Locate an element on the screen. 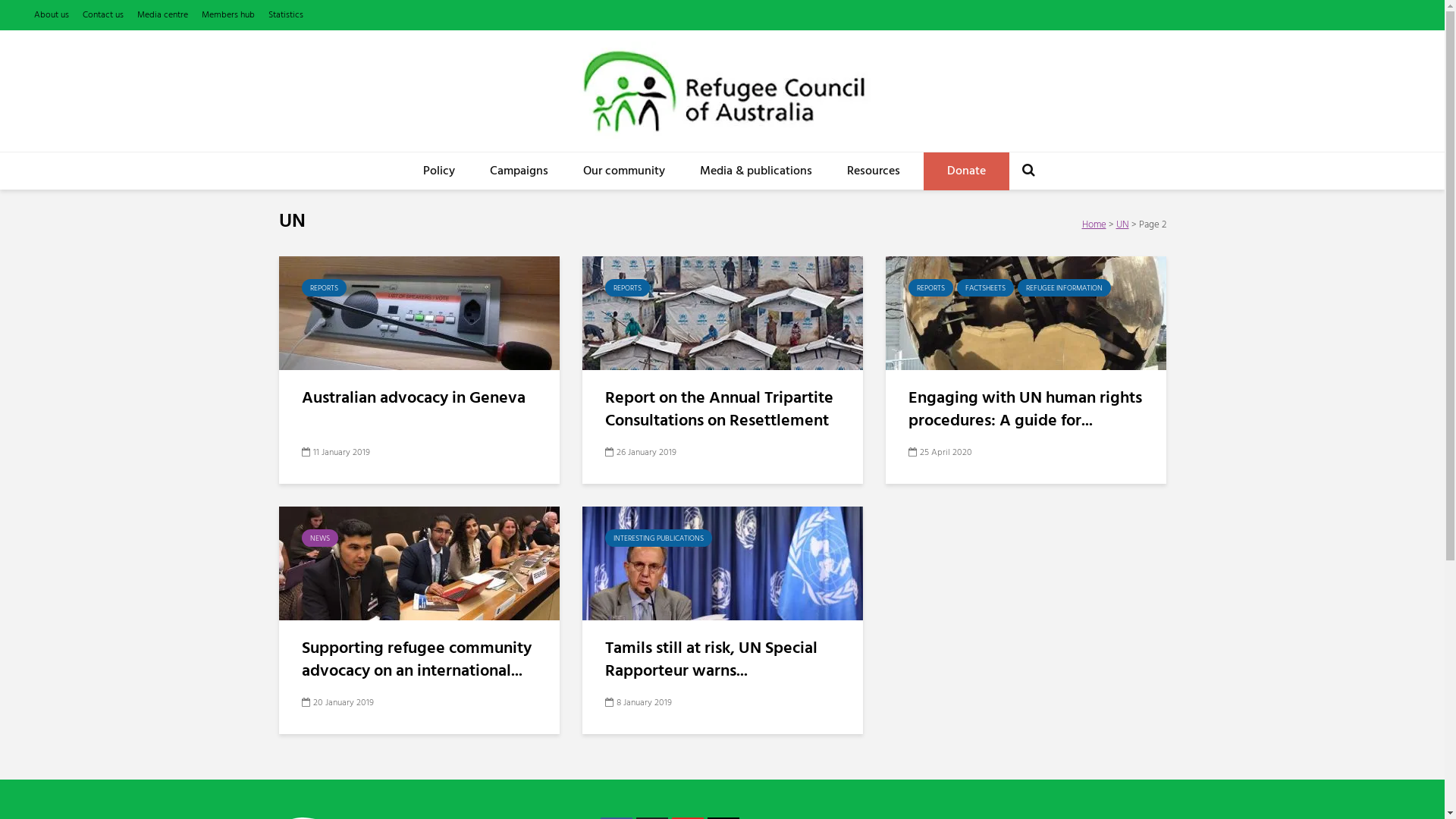 The width and height of the screenshot is (1456, 819). 'Media & publications' is located at coordinates (756, 171).